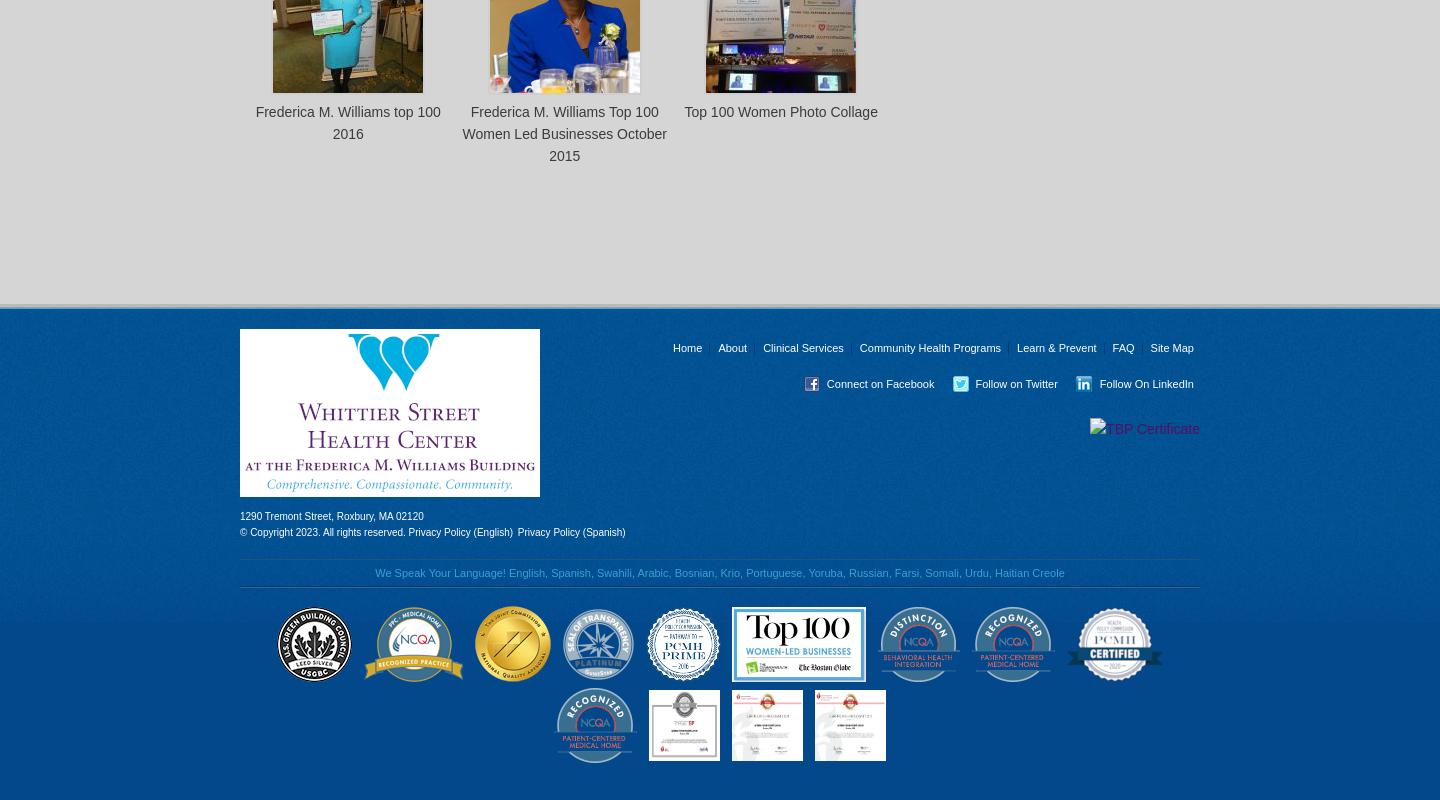  Describe the element at coordinates (719, 572) in the screenshot. I see `'We Speak Your Language! English, Spanish, Swahili, Arabic, Bosnian, Krio, Portuguese, Yoruba, Russian, Farsi, Somali, Urdu, Haitian Creole'` at that location.